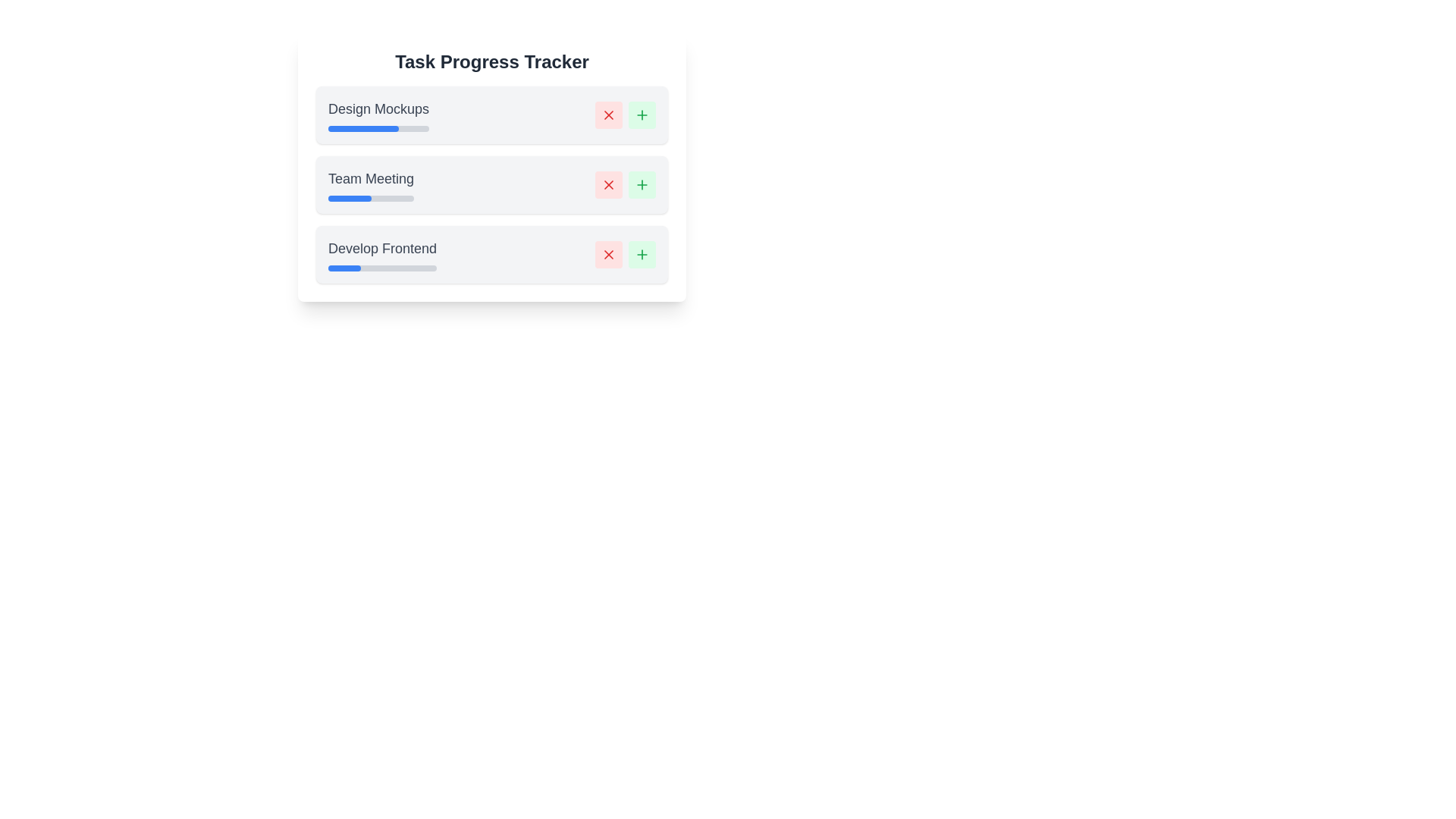 This screenshot has width=1456, height=819. What do you see at coordinates (608, 184) in the screenshot?
I see `the minus button for the task Team Meeting to adjust its progress` at bounding box center [608, 184].